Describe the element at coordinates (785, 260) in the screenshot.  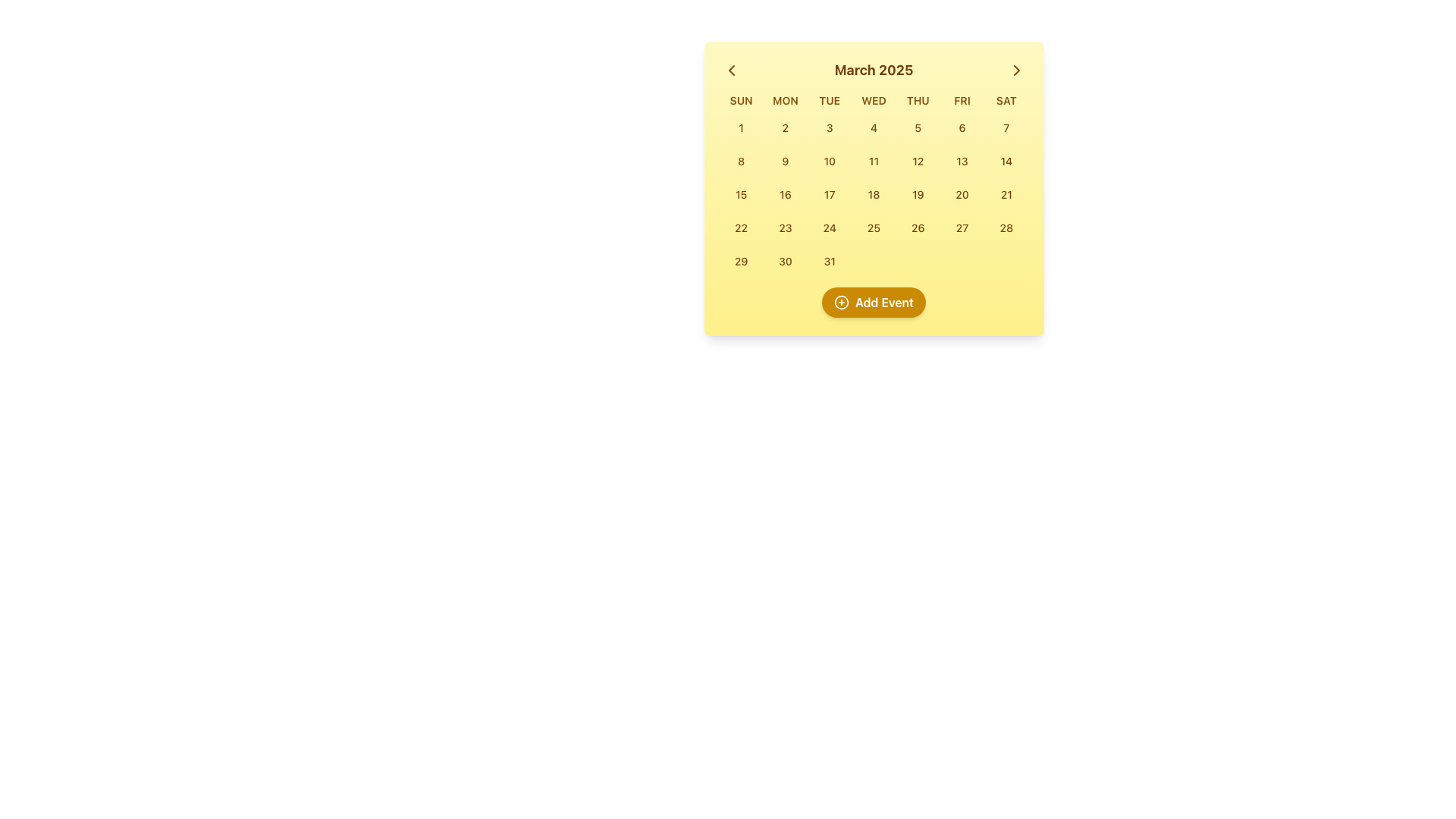
I see `the Date Cell displaying '30' in the seventh row and second column of the March 2025 calendar` at that location.